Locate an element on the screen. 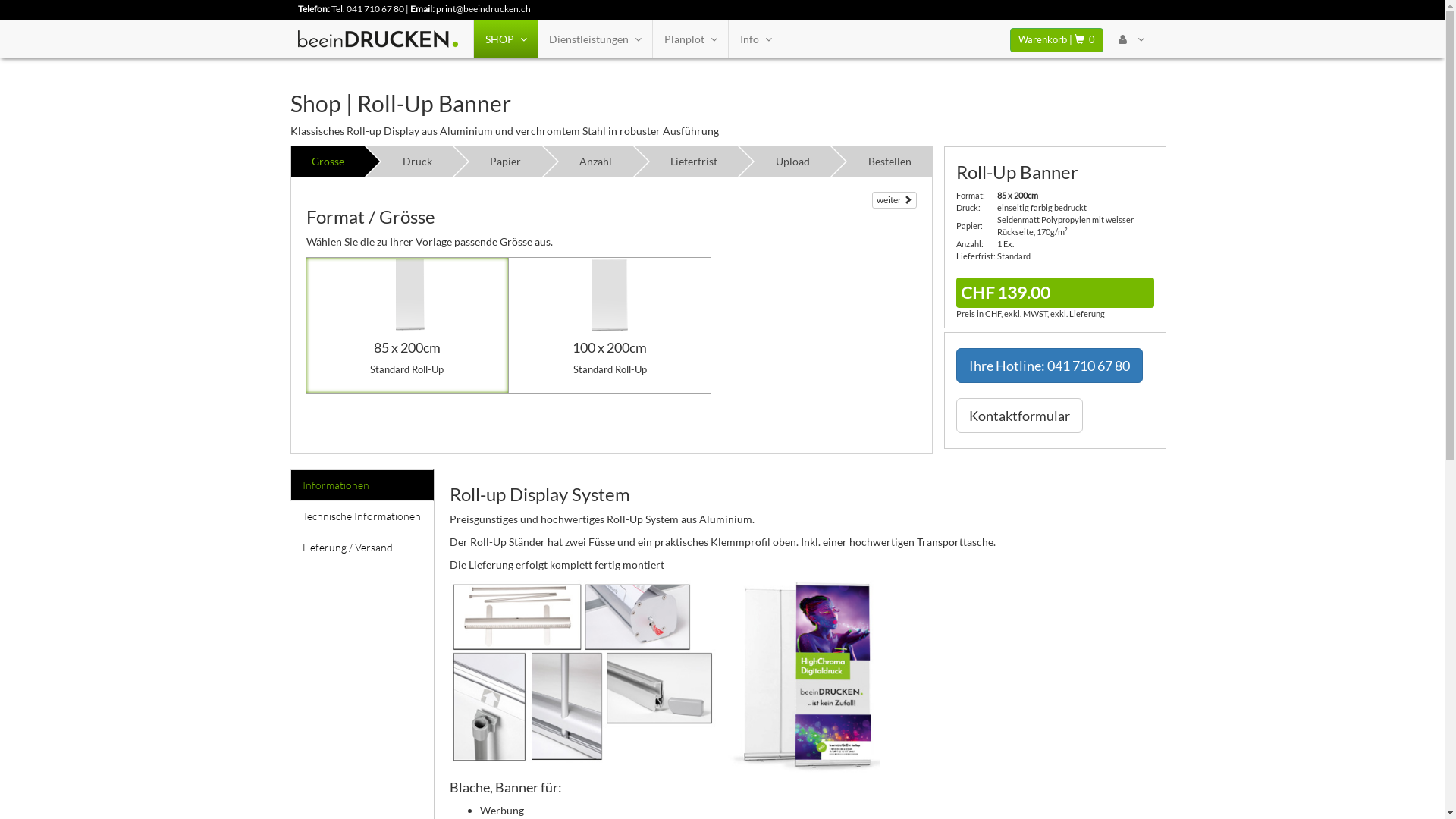 This screenshot has height=819, width=1456. 'Lieferung / Versand' is located at coordinates (360, 547).